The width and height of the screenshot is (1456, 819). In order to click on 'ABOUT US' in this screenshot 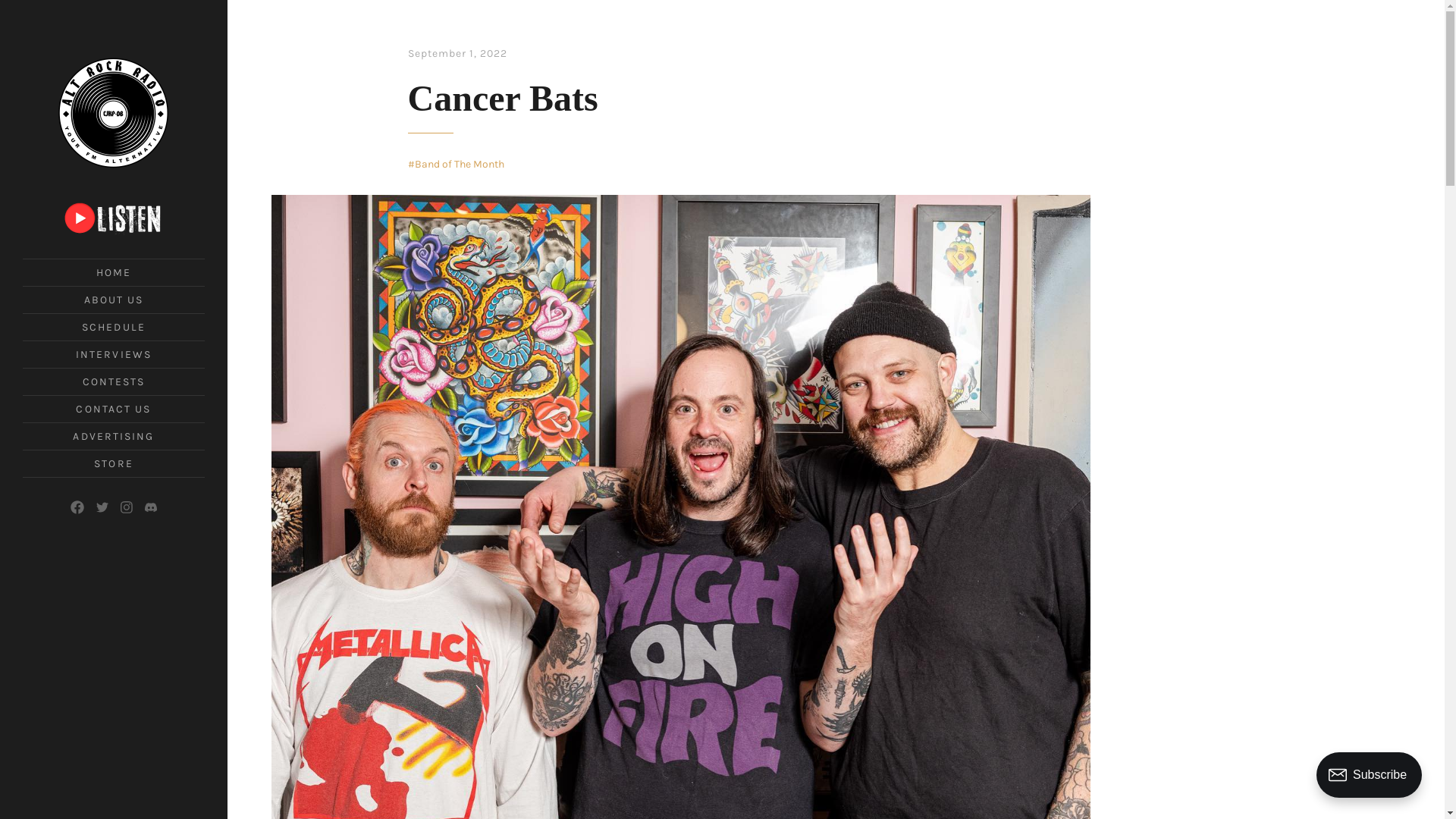, I will do `click(83, 300)`.